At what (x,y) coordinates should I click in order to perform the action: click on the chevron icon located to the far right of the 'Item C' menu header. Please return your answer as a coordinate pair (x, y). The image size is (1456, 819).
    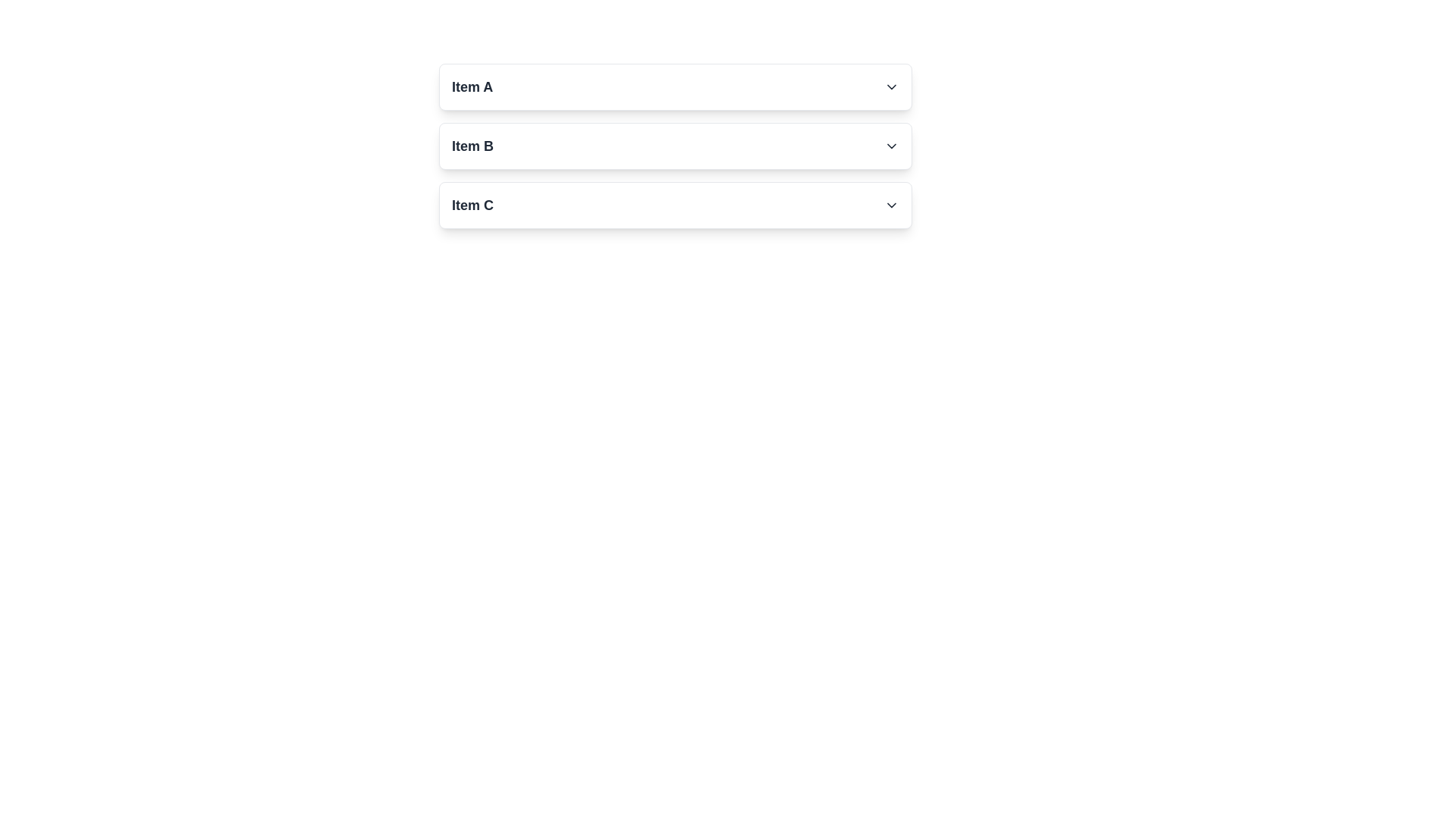
    Looking at the image, I should click on (892, 205).